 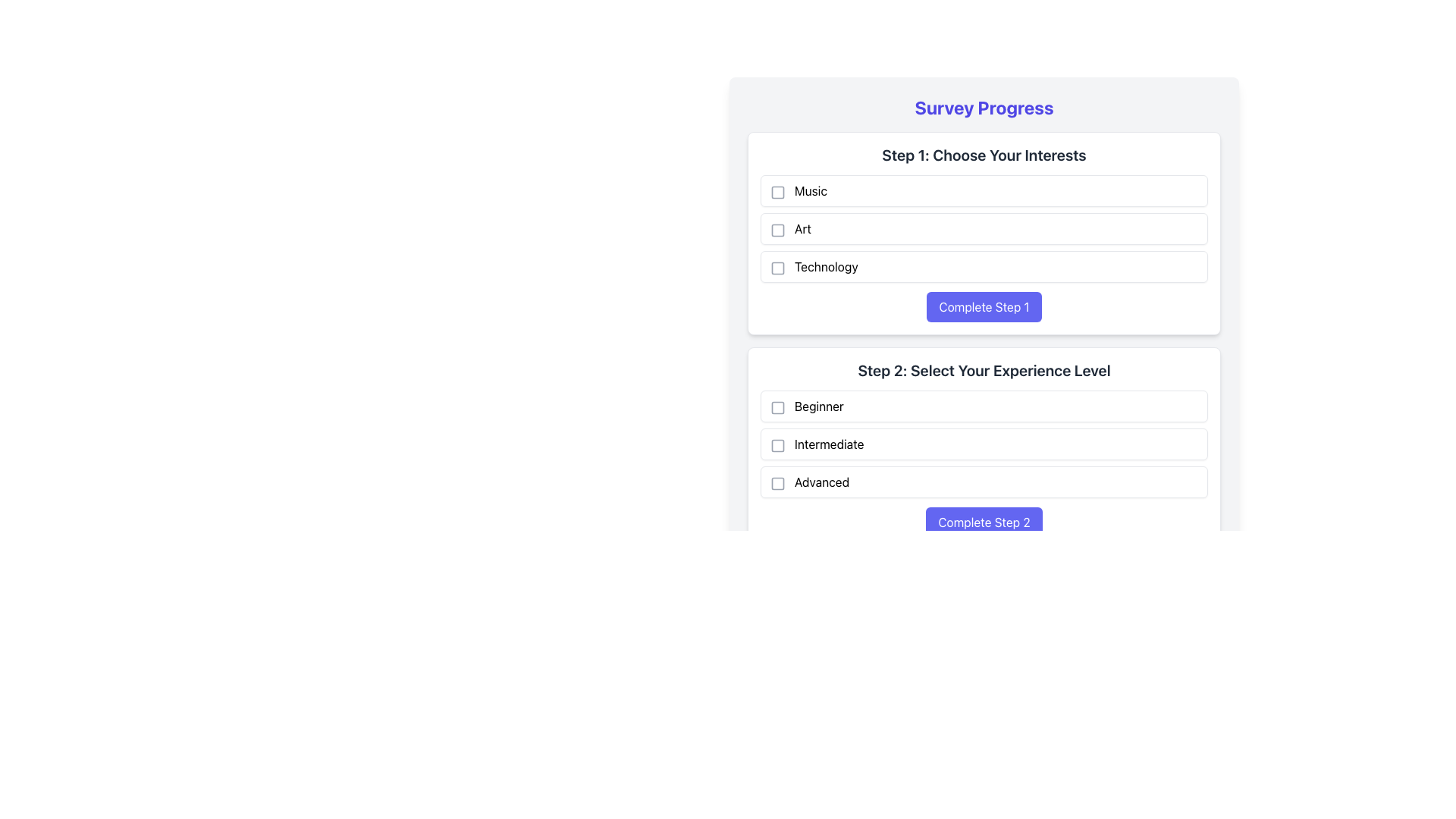 What do you see at coordinates (984, 155) in the screenshot?
I see `the text label at the top of the 'Step 1' section, which indicates the actions to be taken in this step of the process` at bounding box center [984, 155].